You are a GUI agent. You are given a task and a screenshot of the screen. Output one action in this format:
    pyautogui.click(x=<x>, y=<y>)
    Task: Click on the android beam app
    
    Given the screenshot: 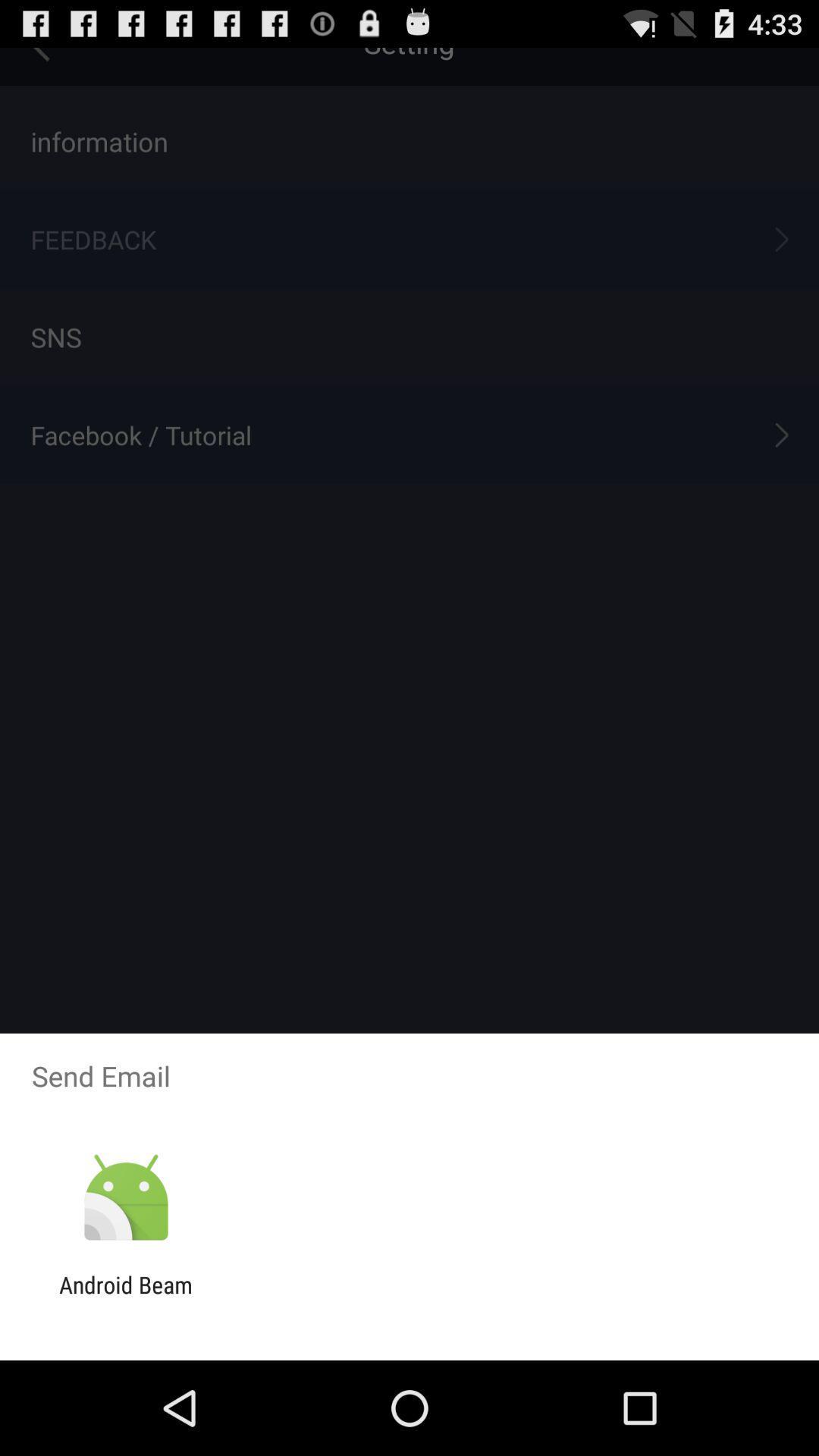 What is the action you would take?
    pyautogui.click(x=125, y=1298)
    